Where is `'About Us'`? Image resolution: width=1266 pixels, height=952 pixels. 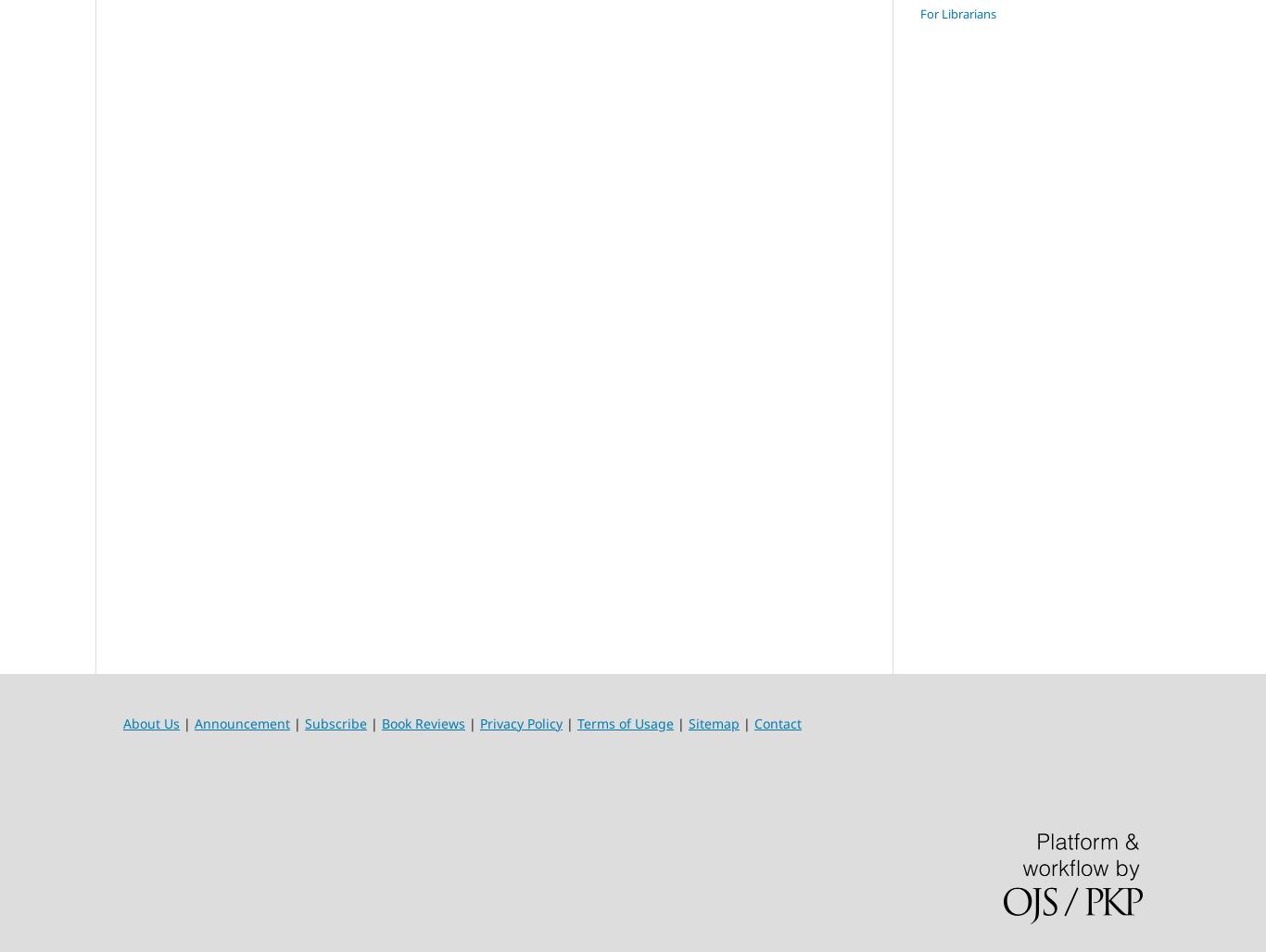 'About Us' is located at coordinates (150, 722).